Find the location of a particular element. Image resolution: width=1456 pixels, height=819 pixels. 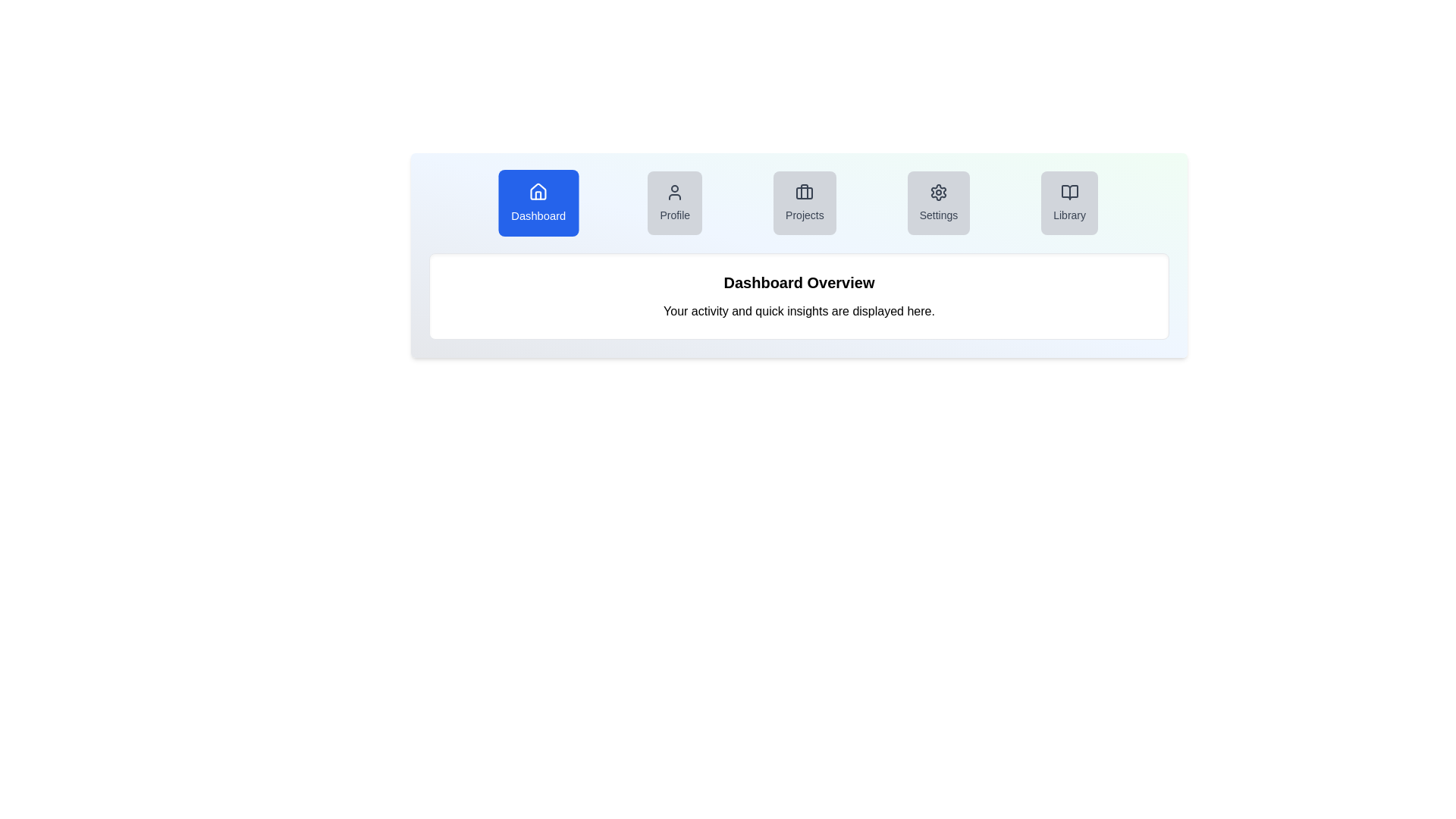

the rightmost button in a row of five buttons, which is adjacent to the 'Settings' button, to trigger hover effects is located at coordinates (1068, 202).